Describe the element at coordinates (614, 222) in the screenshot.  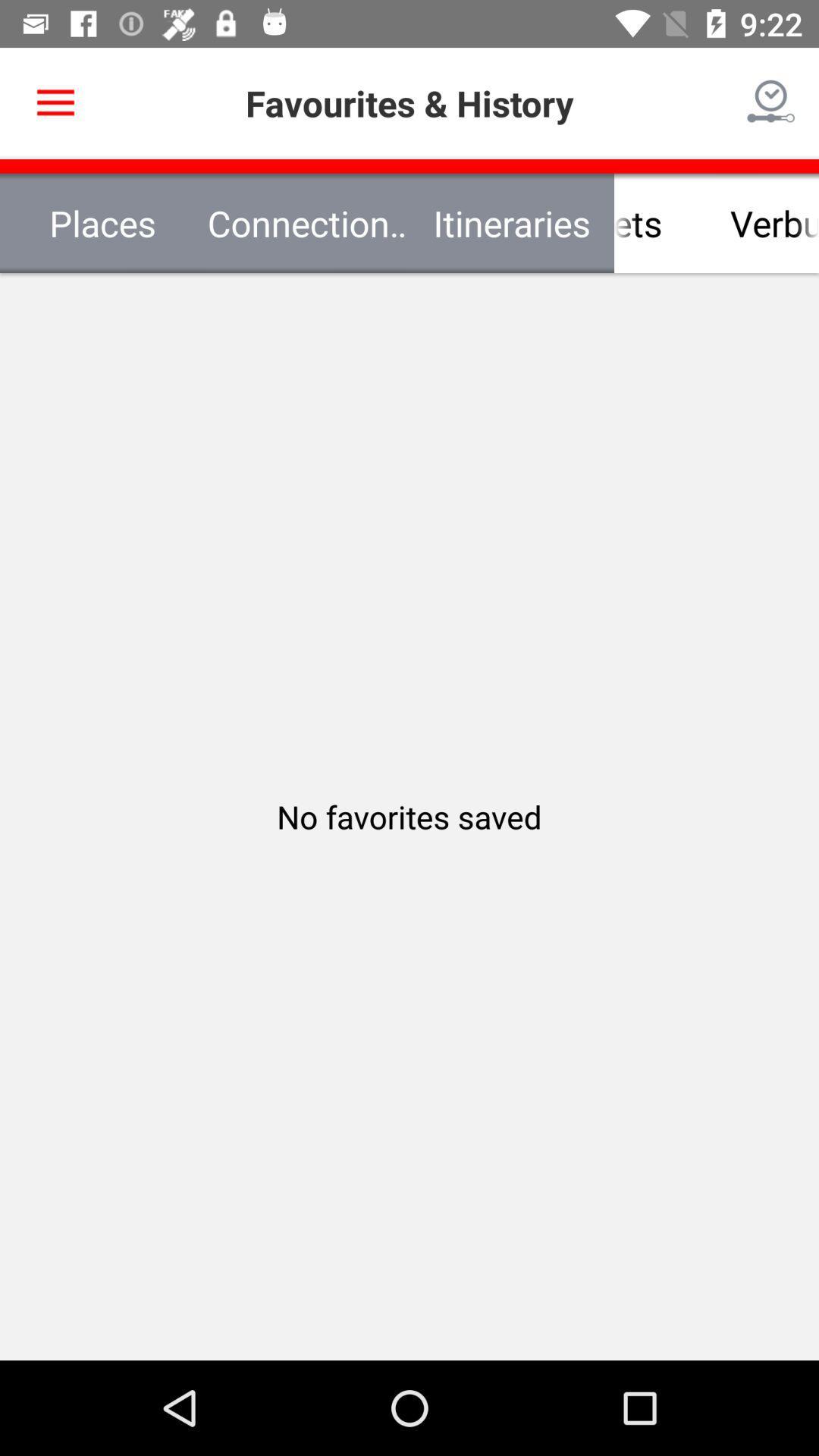
I see `the icon to the right of connection requests item` at that location.